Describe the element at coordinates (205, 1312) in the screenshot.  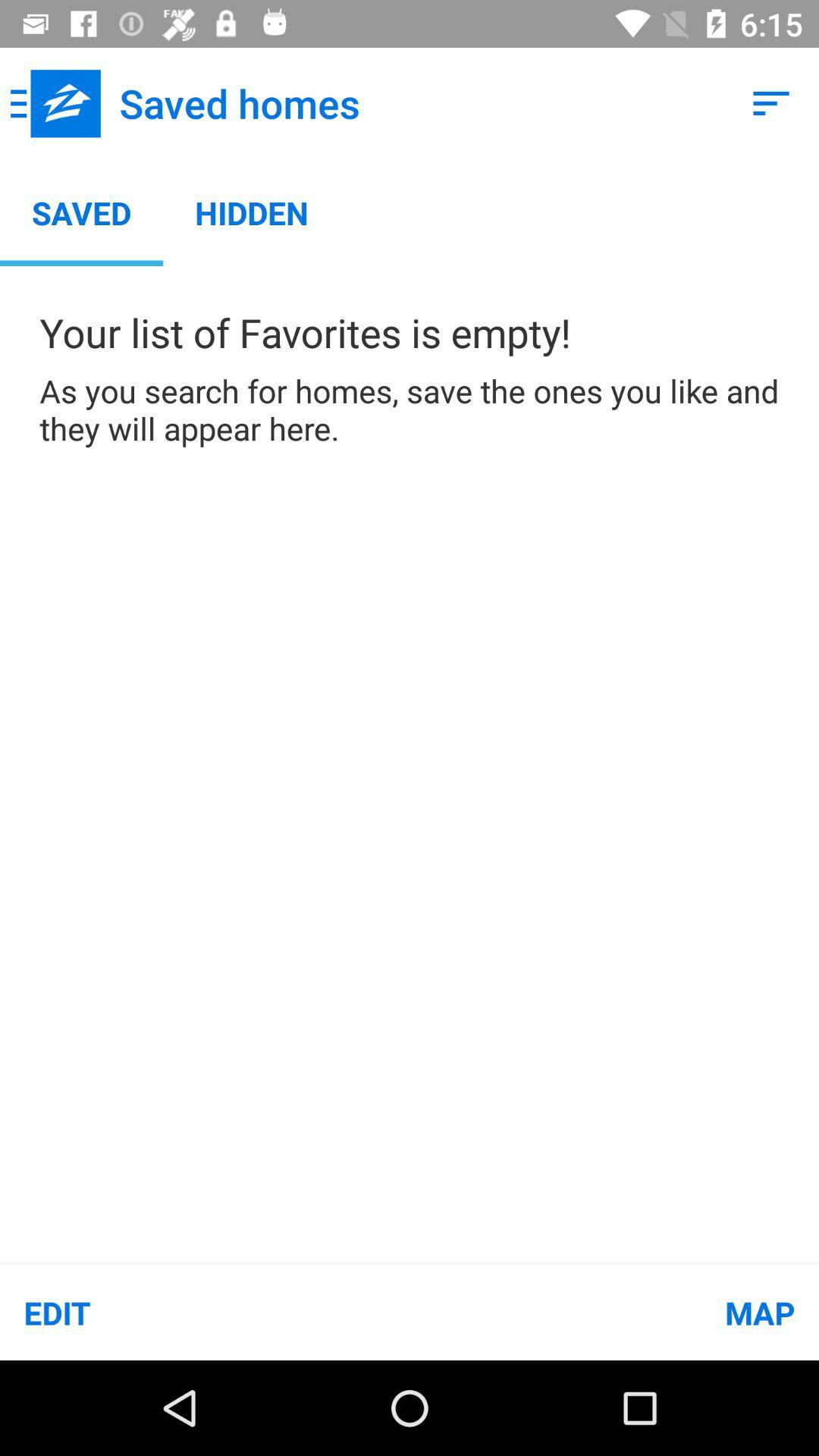
I see `item at the bottom left corner` at that location.